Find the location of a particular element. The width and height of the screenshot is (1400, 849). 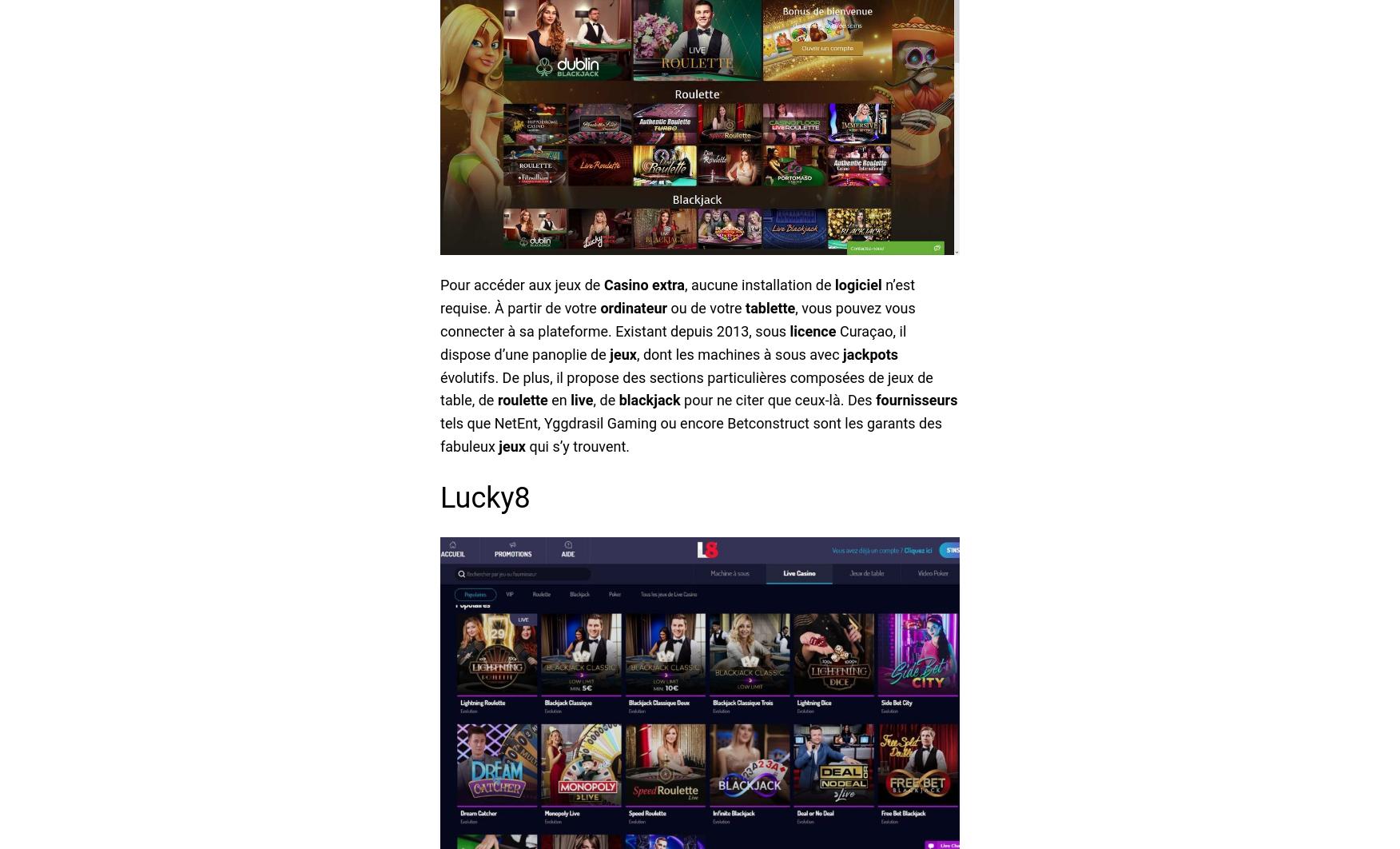

'évolutifs. De plus, il propose des sections particulières composées de jeux de table, de' is located at coordinates (686, 387).